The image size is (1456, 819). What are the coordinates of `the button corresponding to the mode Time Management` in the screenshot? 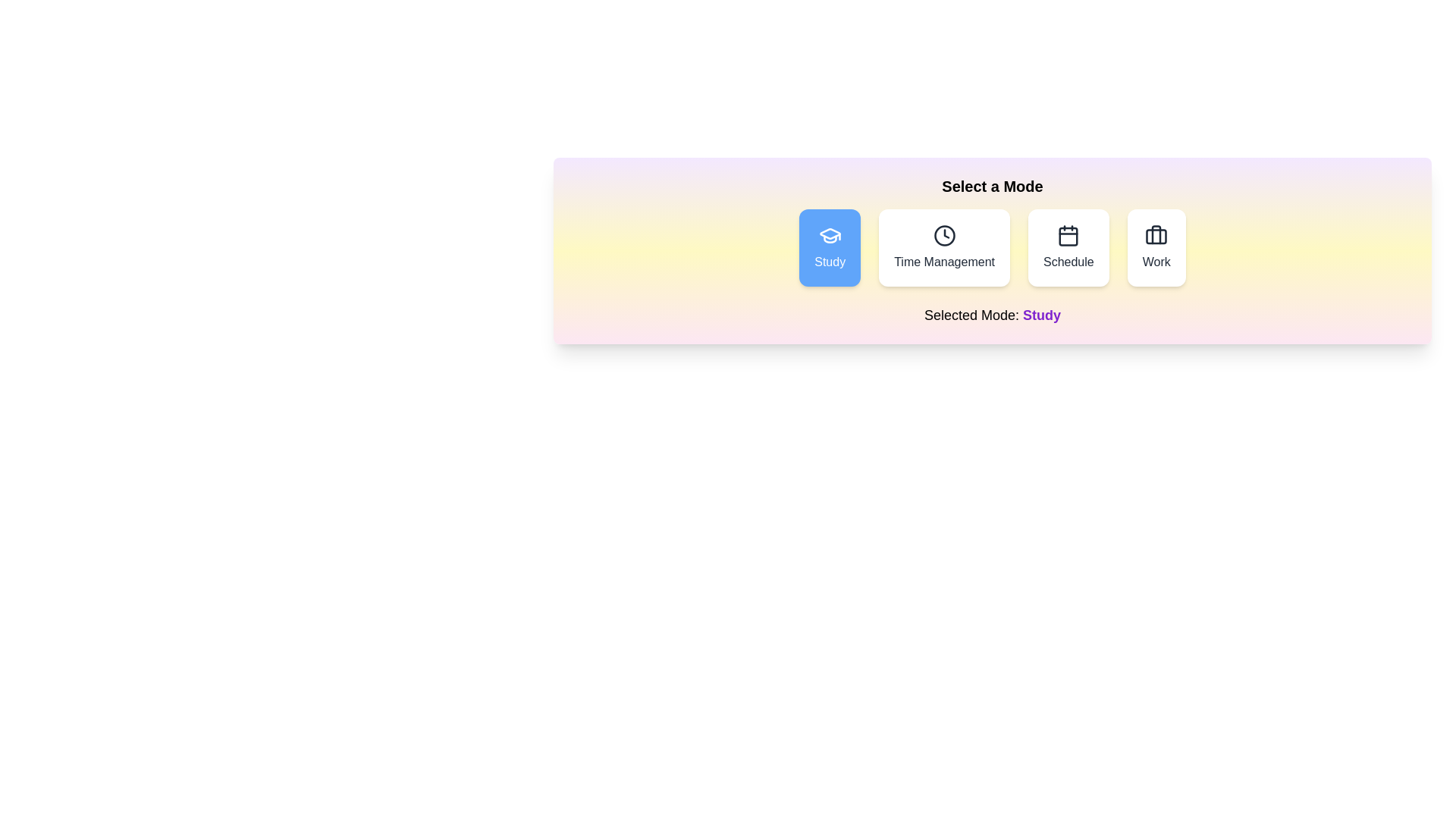 It's located at (943, 247).